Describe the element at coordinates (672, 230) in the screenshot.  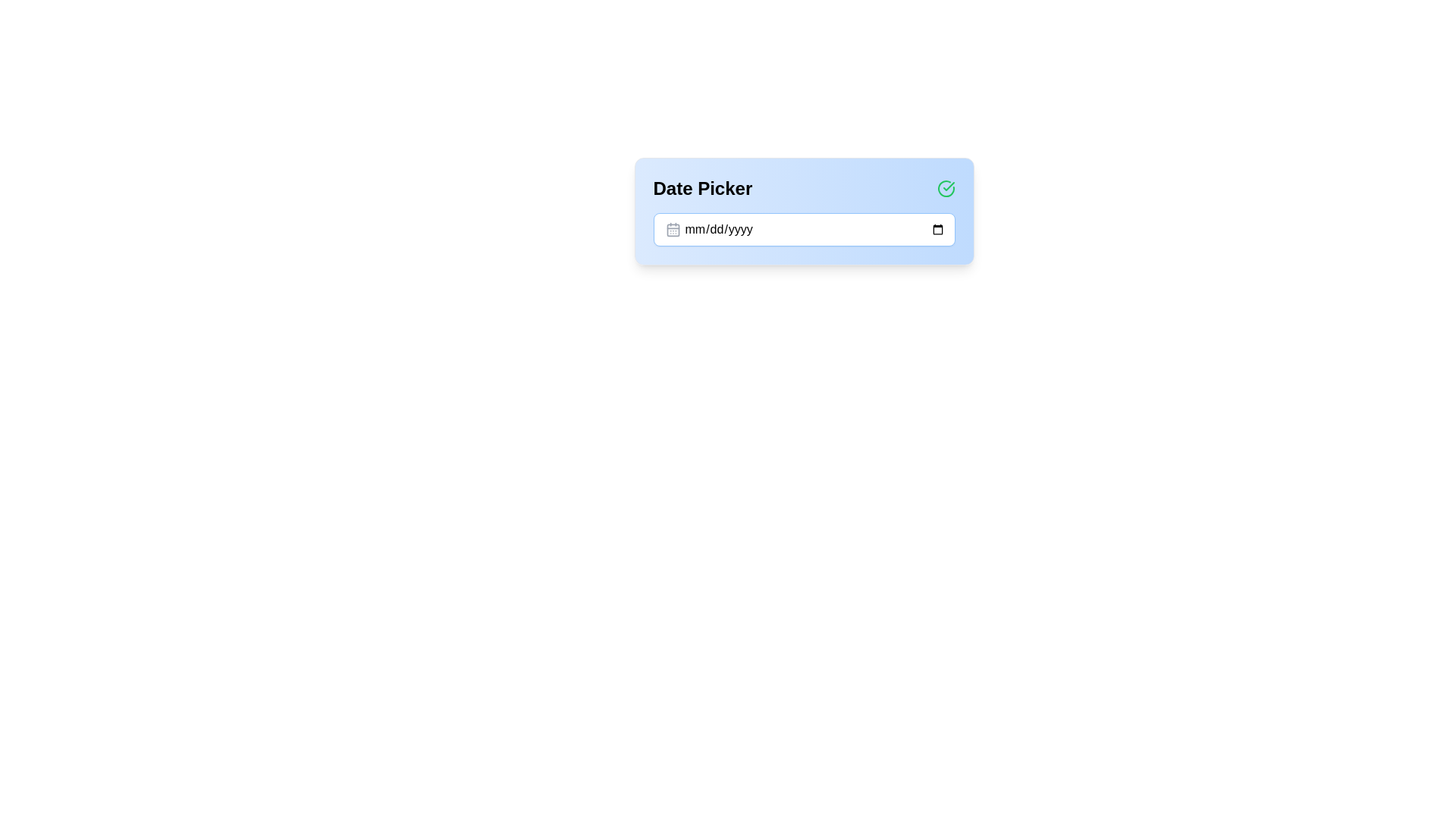
I see `the minimalistic gray calendar icon located to the left of the 'mm/dd/yyyy' text input field to initiate the date selection modal` at that location.